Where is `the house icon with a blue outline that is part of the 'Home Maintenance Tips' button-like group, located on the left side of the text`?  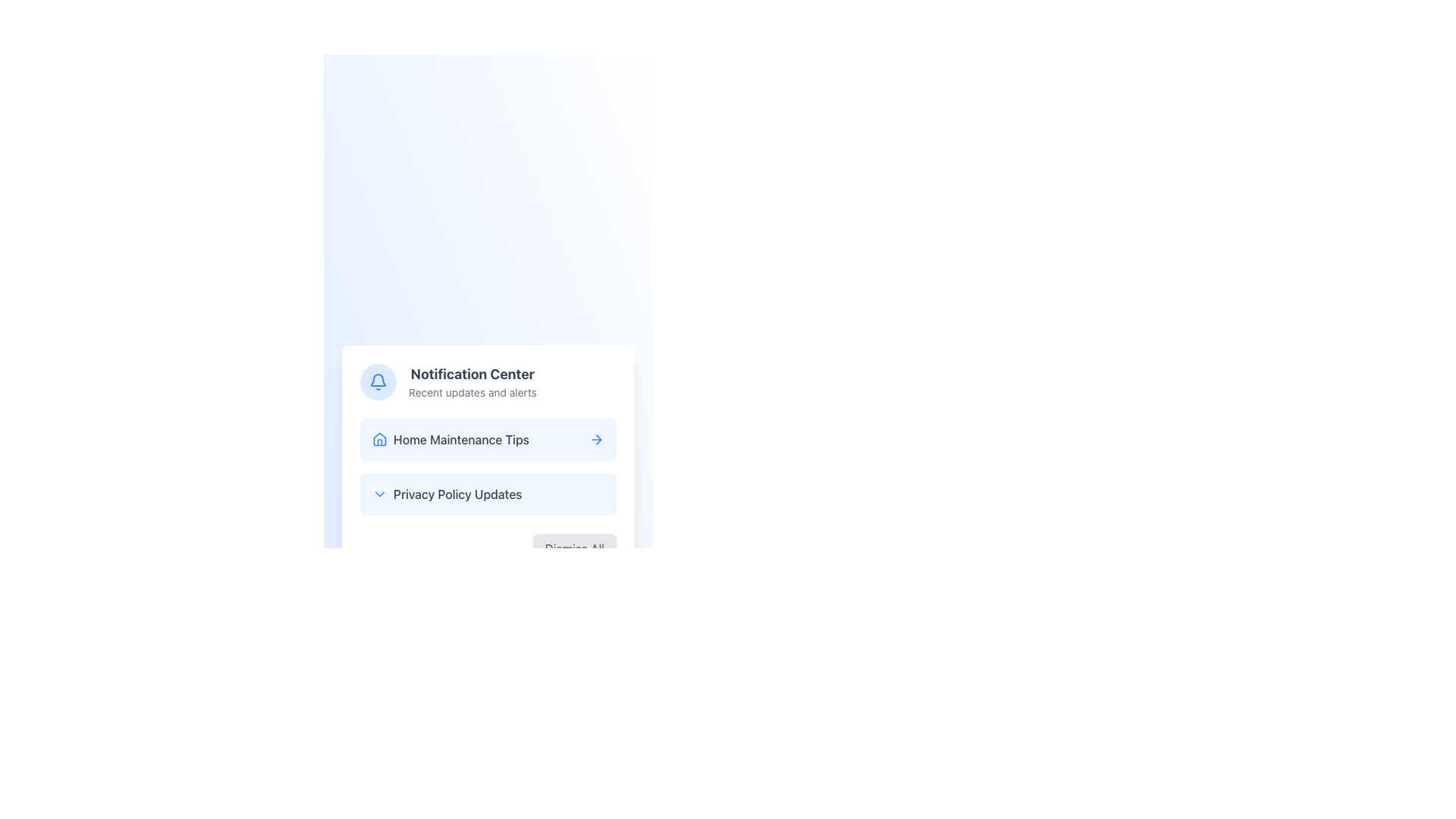
the house icon with a blue outline that is part of the 'Home Maintenance Tips' button-like group, located on the left side of the text is located at coordinates (379, 439).